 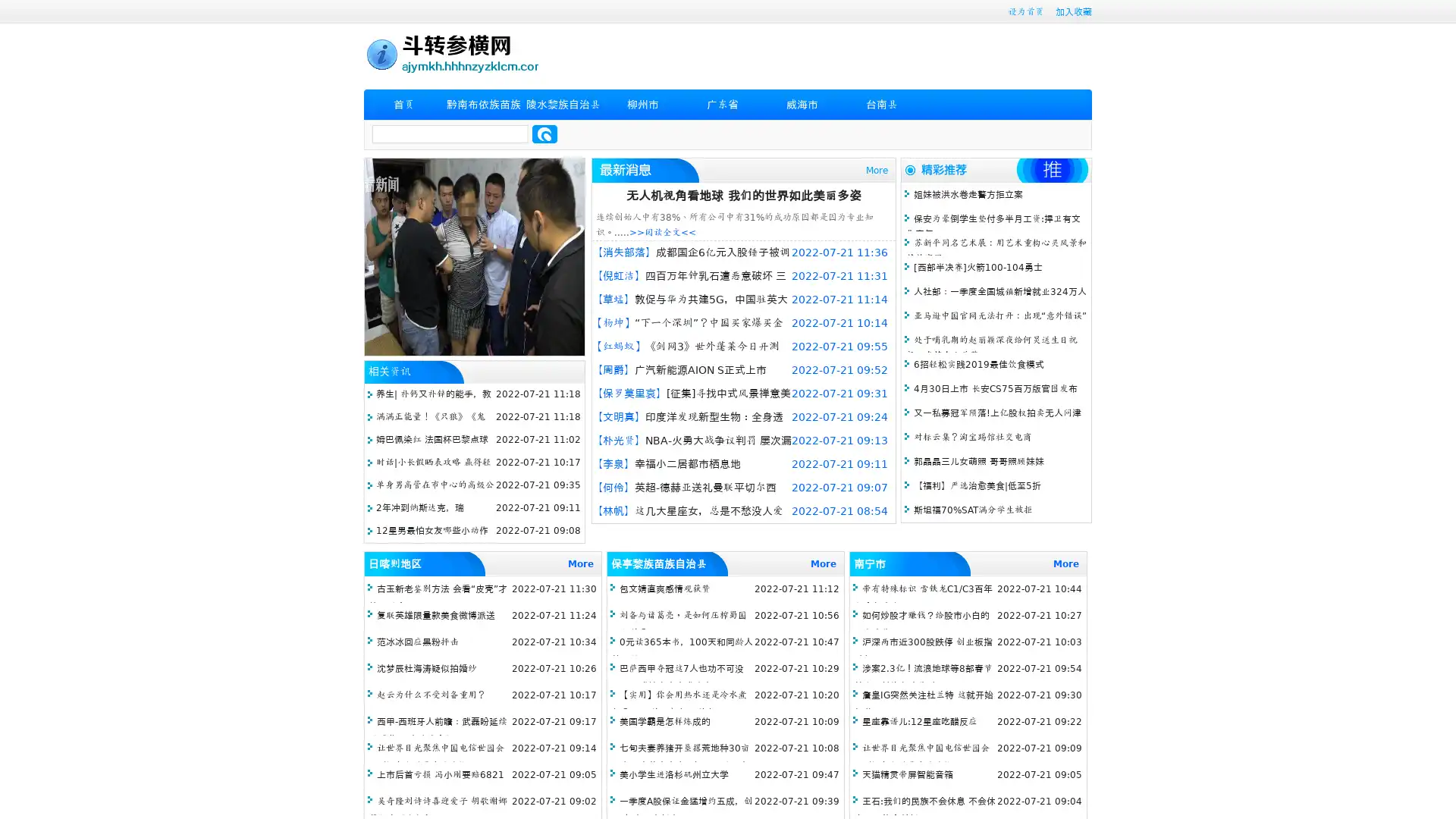 I want to click on Search, so click(x=544, y=133).